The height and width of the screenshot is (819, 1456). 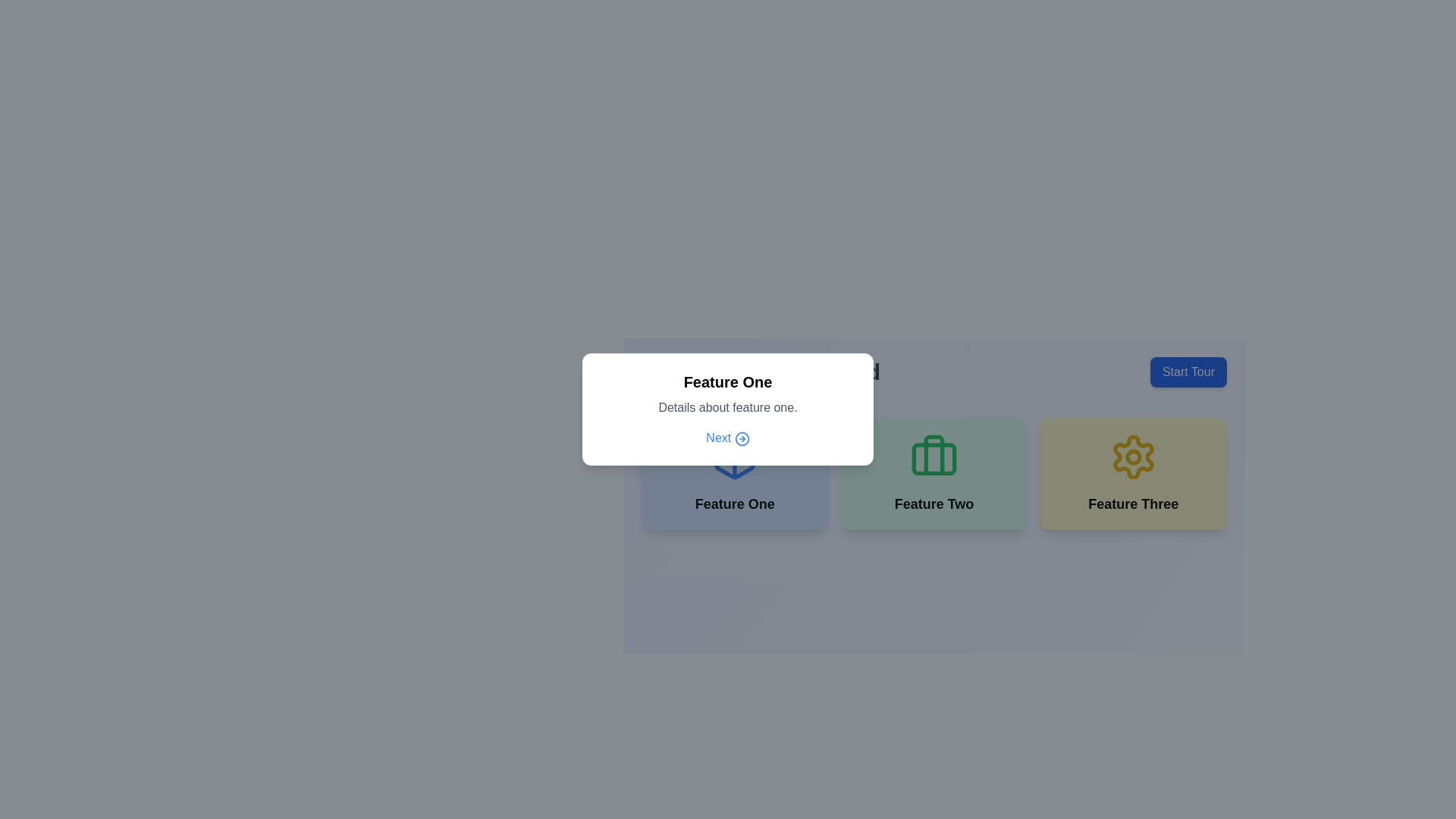 I want to click on the 'Next' button, which is represented by a forward SVG icon located at the bottom of the dialog box, so click(x=742, y=438).